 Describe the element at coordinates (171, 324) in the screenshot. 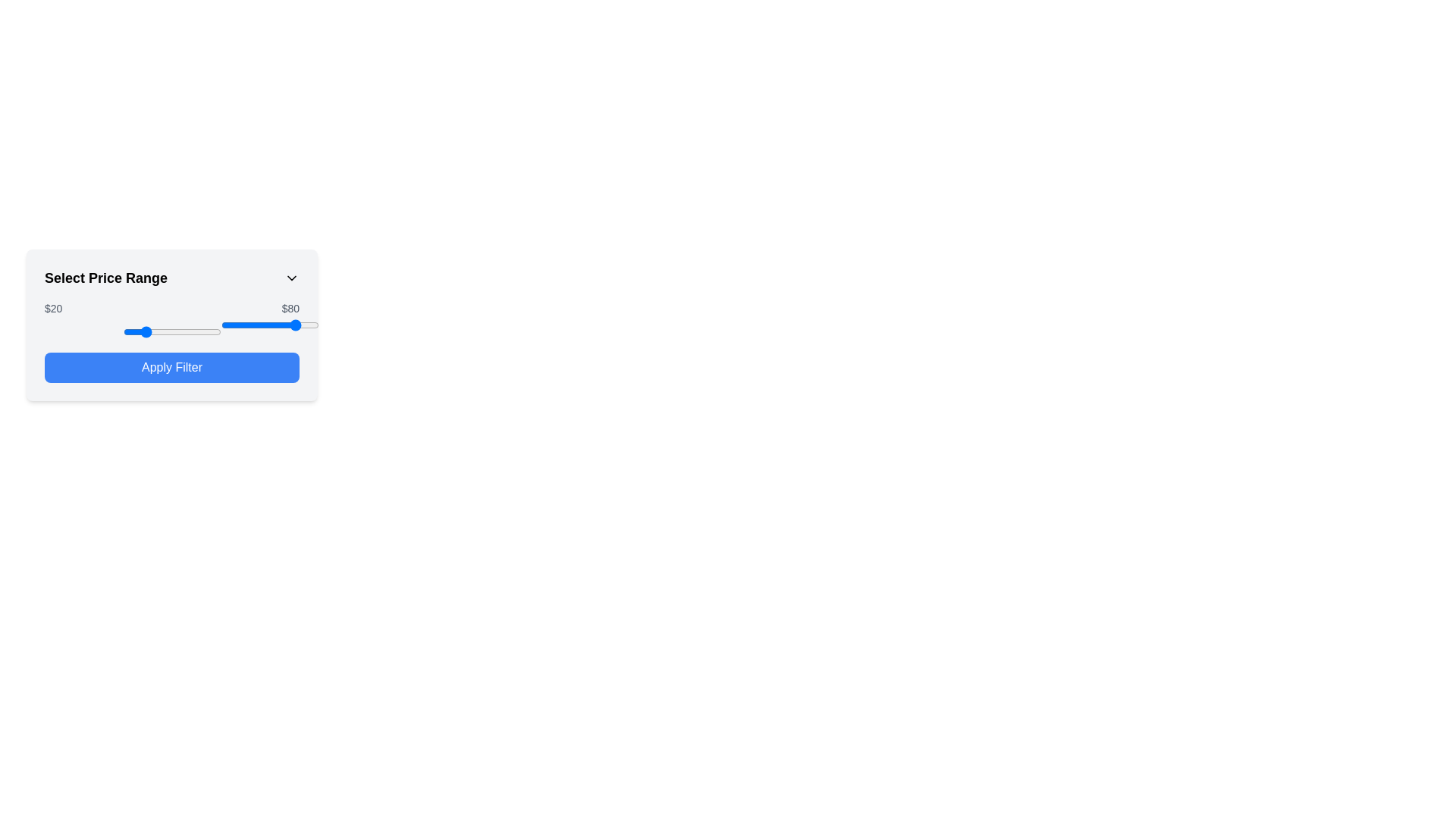

I see `the 'Apply Filter' button located within the selection panel titled 'Select Price Range', which has a light gray background and rounded corners` at that location.